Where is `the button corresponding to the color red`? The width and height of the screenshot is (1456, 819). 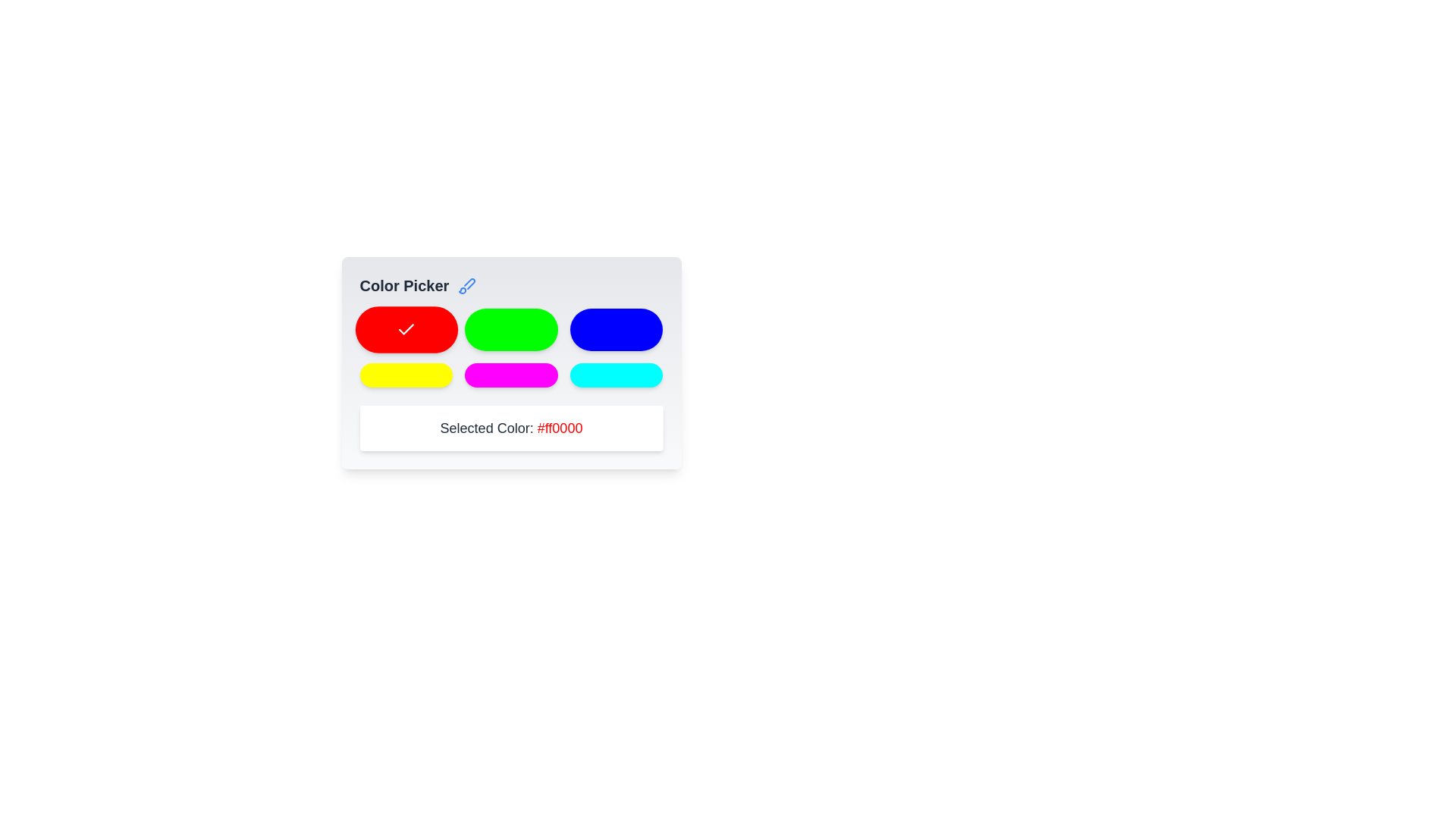
the button corresponding to the color red is located at coordinates (406, 329).